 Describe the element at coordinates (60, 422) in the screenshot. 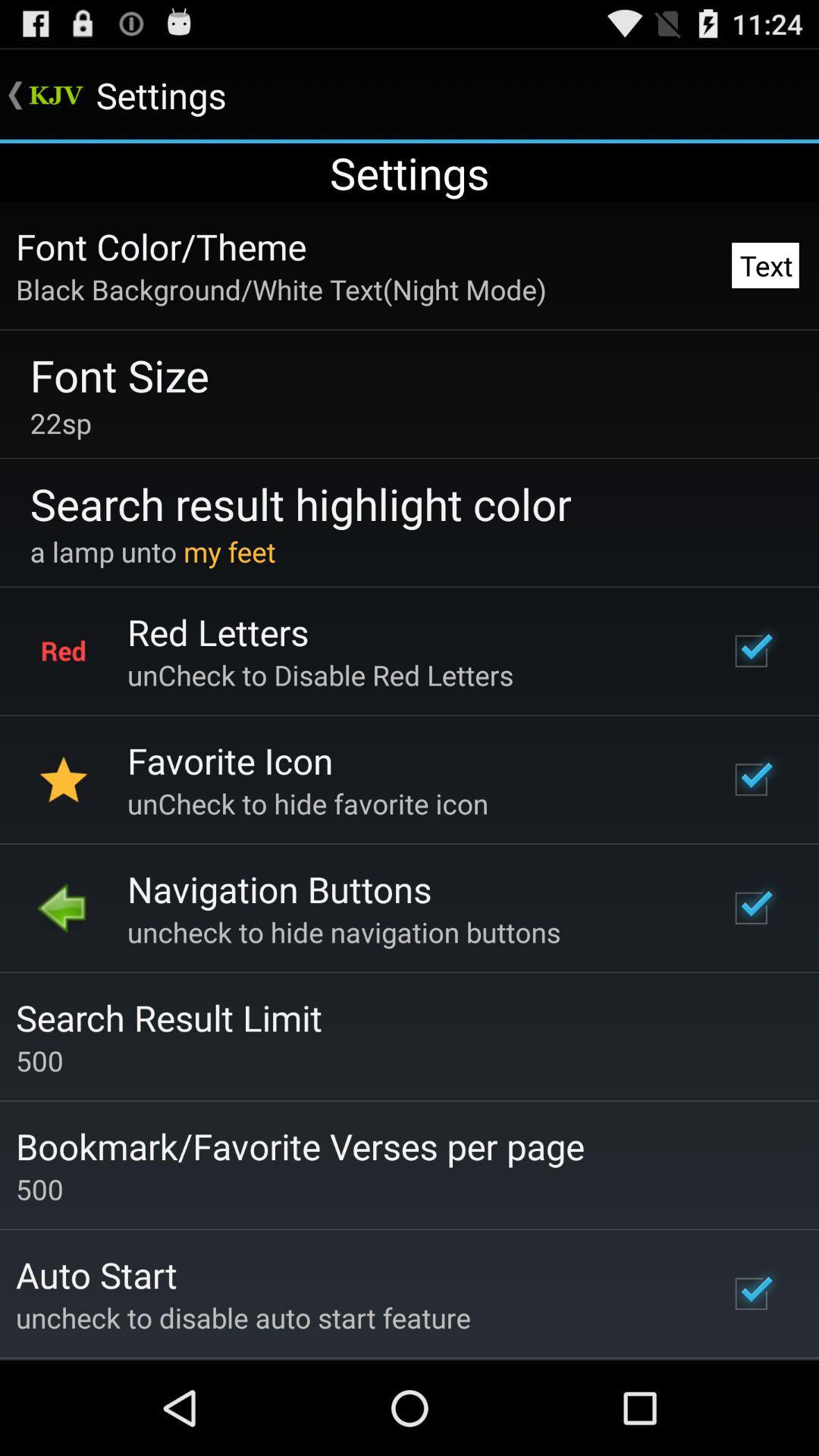

I see `the 22sp item` at that location.